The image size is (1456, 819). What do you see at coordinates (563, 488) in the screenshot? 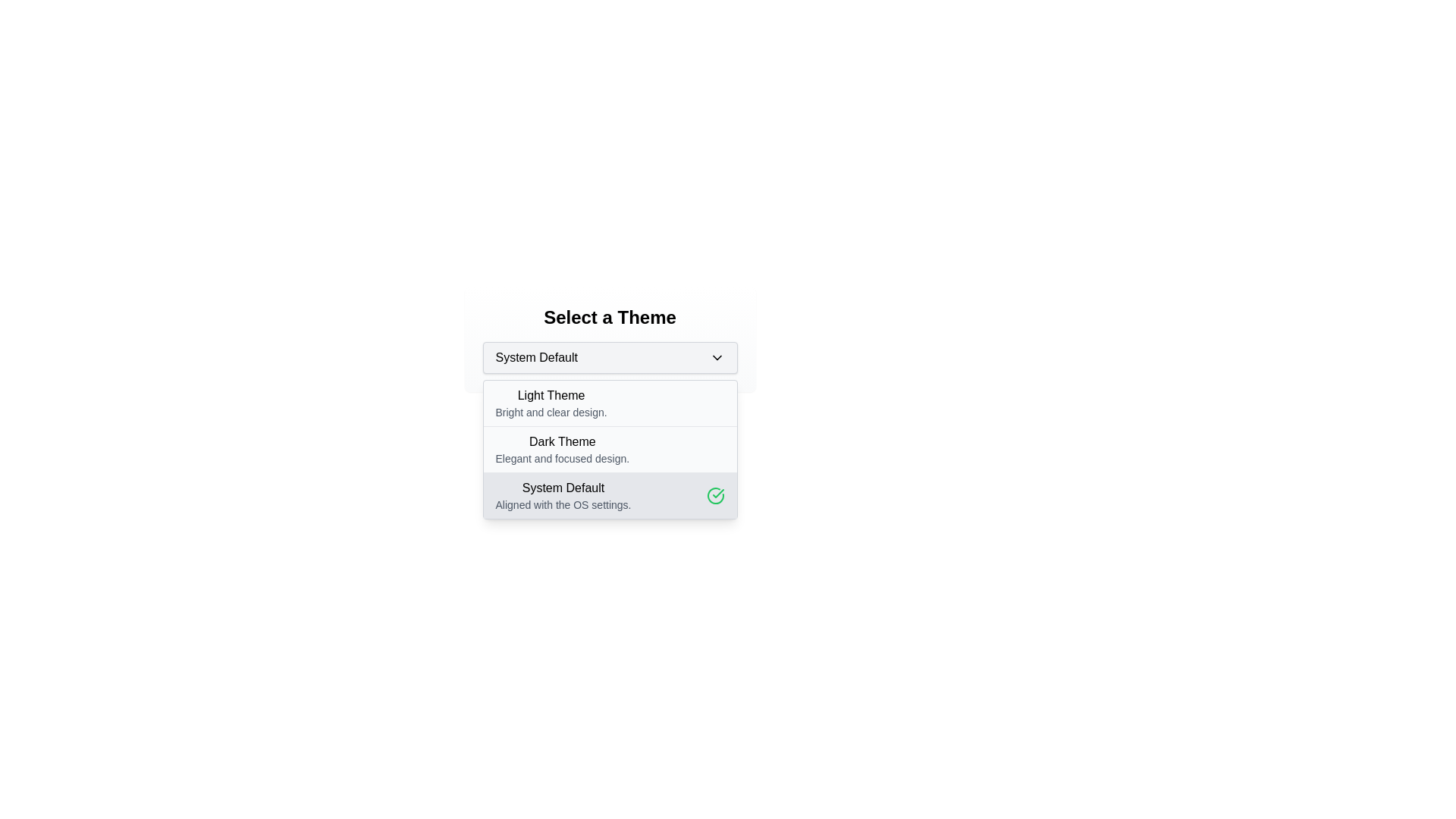
I see `the 'System Default' theme option in the dropdown menu, which is located between the 'Light Theme' and 'Dark Theme' options and above the descriptive text 'Aligned with the OS settings.'` at bounding box center [563, 488].